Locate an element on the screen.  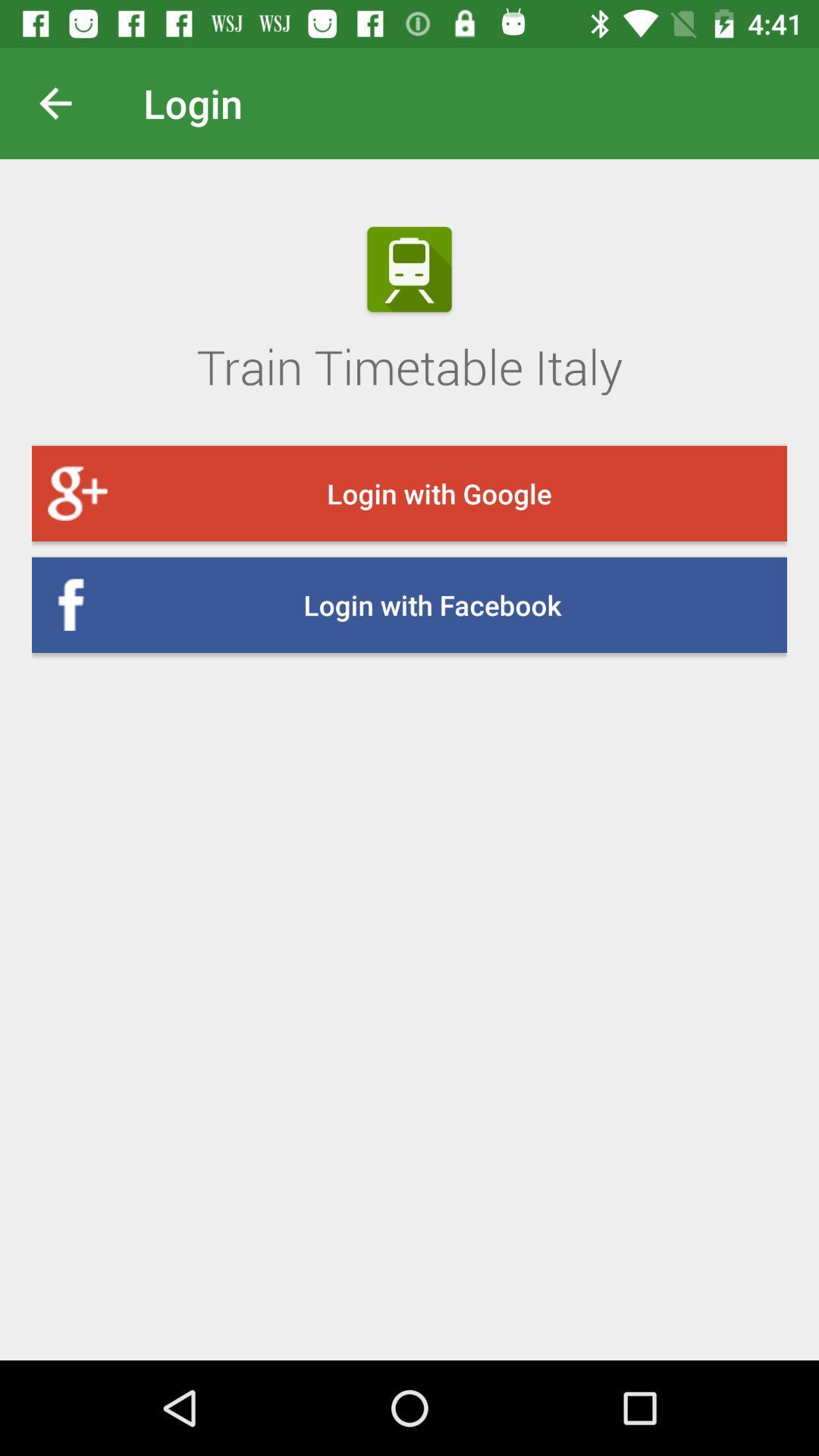
the icon above the train timetable italy icon is located at coordinates (67, 102).